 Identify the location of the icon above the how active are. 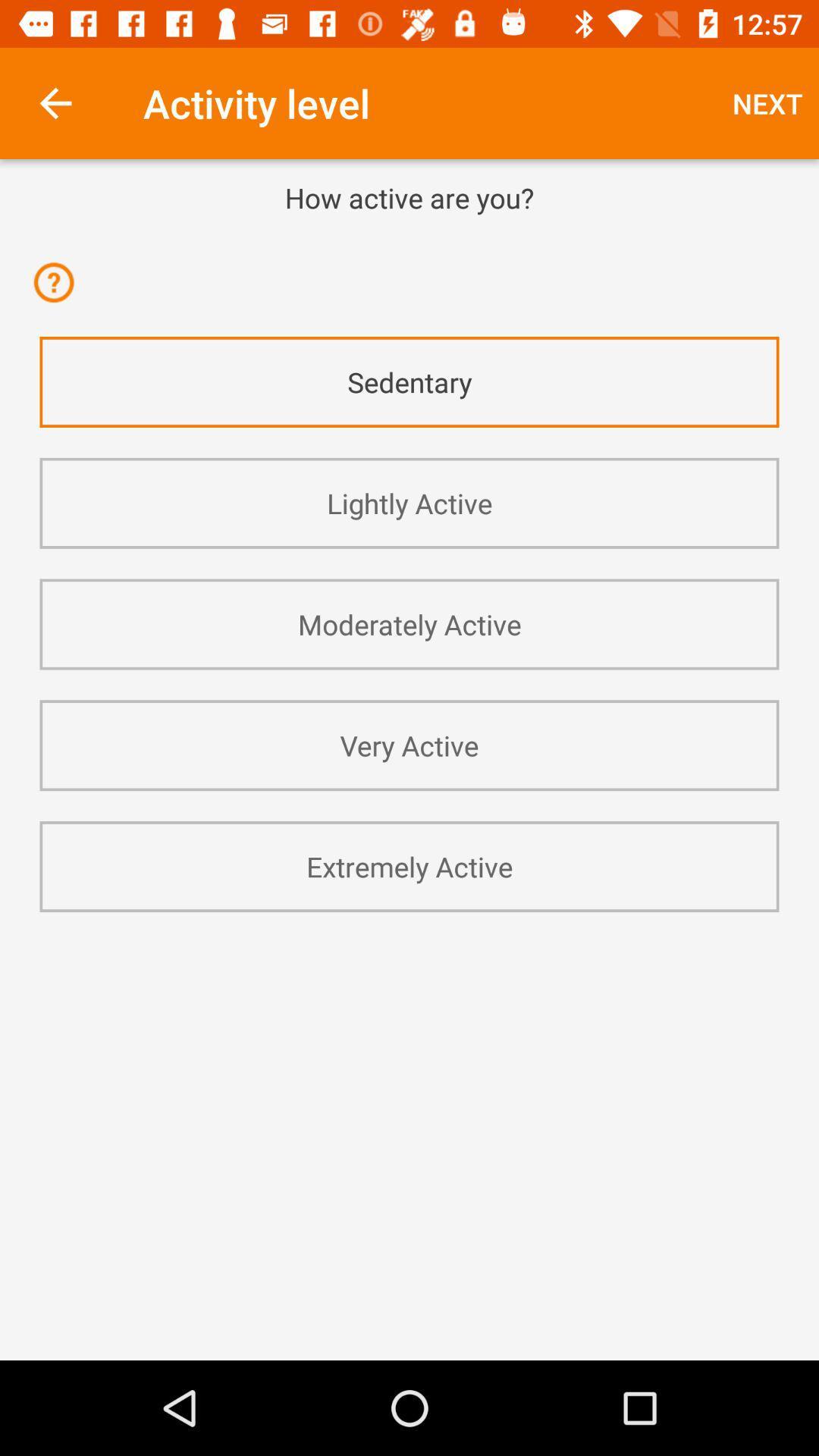
(55, 102).